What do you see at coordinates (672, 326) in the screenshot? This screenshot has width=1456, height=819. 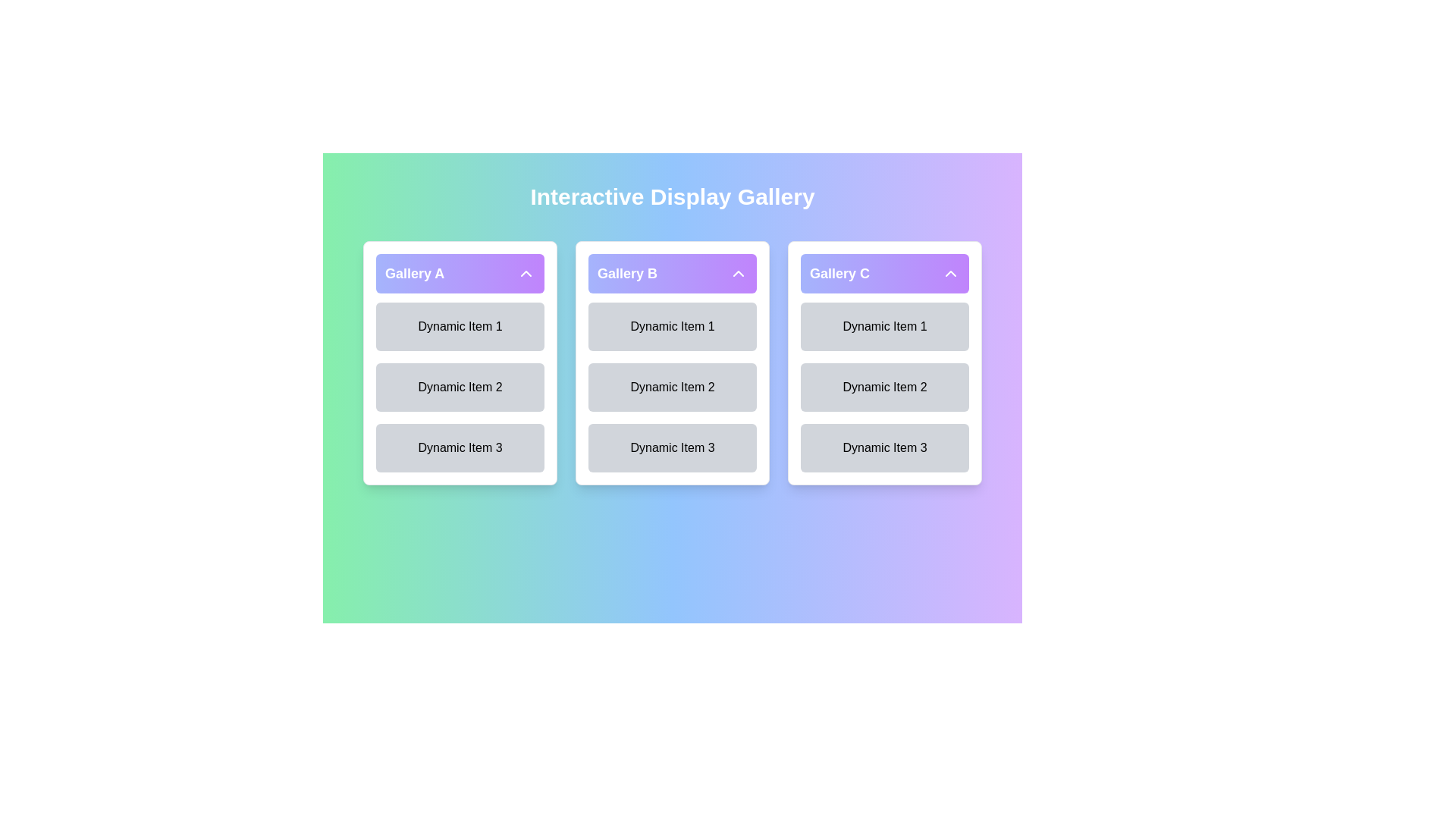 I see `the Basic button-like content with static text located in the second panel labeled 'Gallery B', which is the first item in a vertical list of three similar buttons` at bounding box center [672, 326].